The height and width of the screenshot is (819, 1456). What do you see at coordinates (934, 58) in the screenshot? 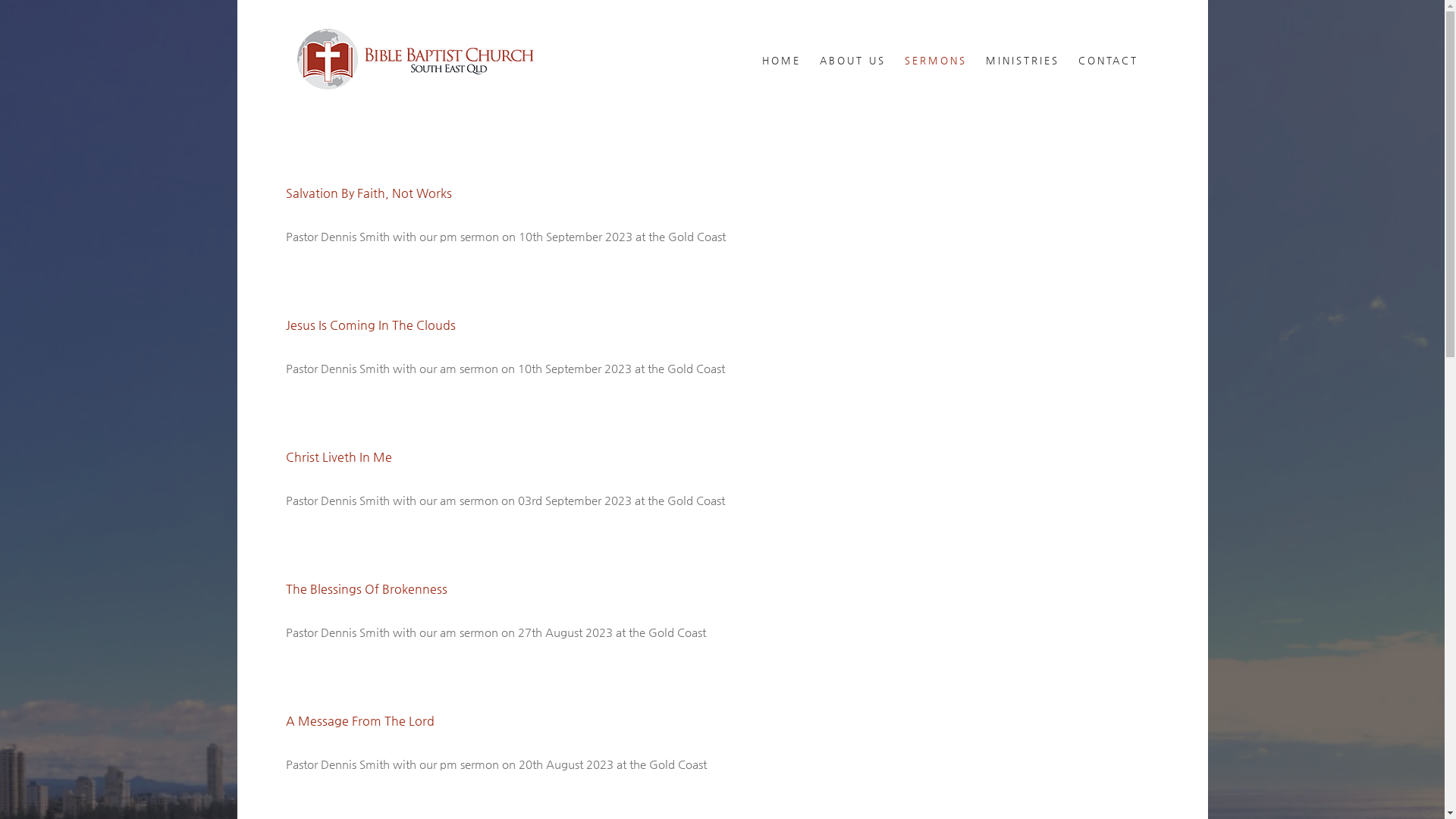
I see `'SERMONS'` at bounding box center [934, 58].